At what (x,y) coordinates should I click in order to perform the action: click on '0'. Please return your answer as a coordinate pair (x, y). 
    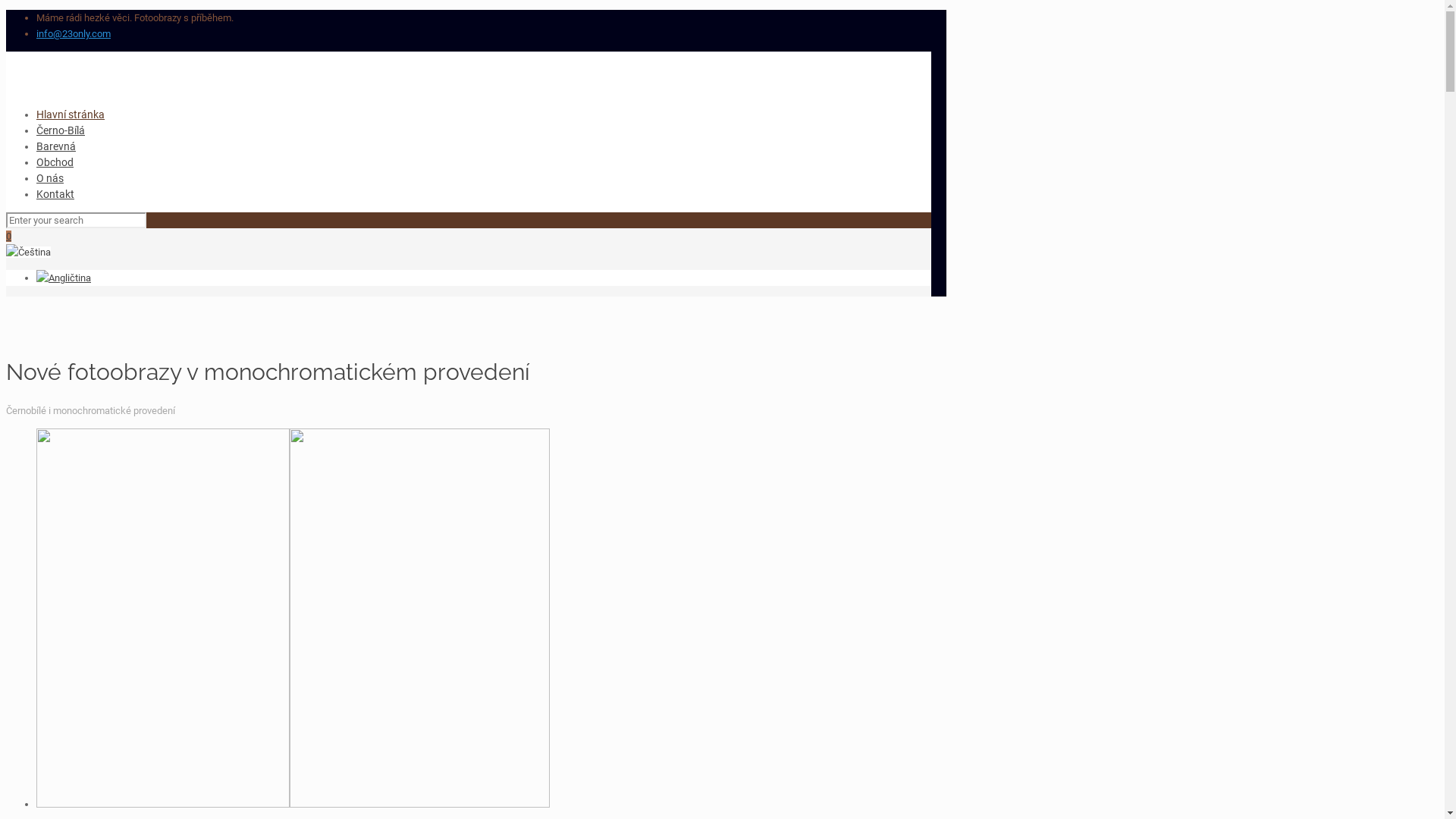
    Looking at the image, I should click on (8, 236).